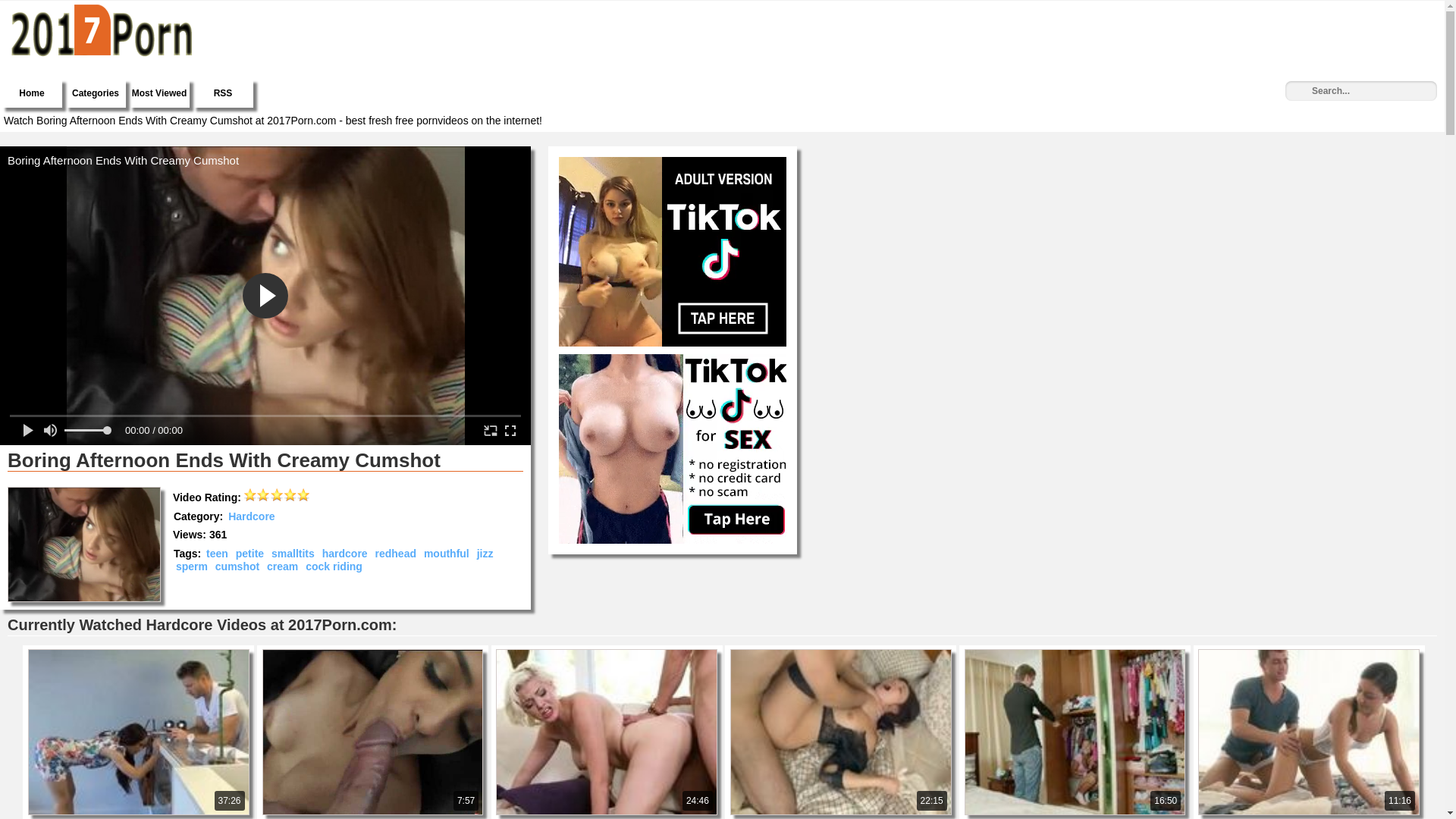  Describe the element at coordinates (251, 516) in the screenshot. I see `'Hardcore'` at that location.